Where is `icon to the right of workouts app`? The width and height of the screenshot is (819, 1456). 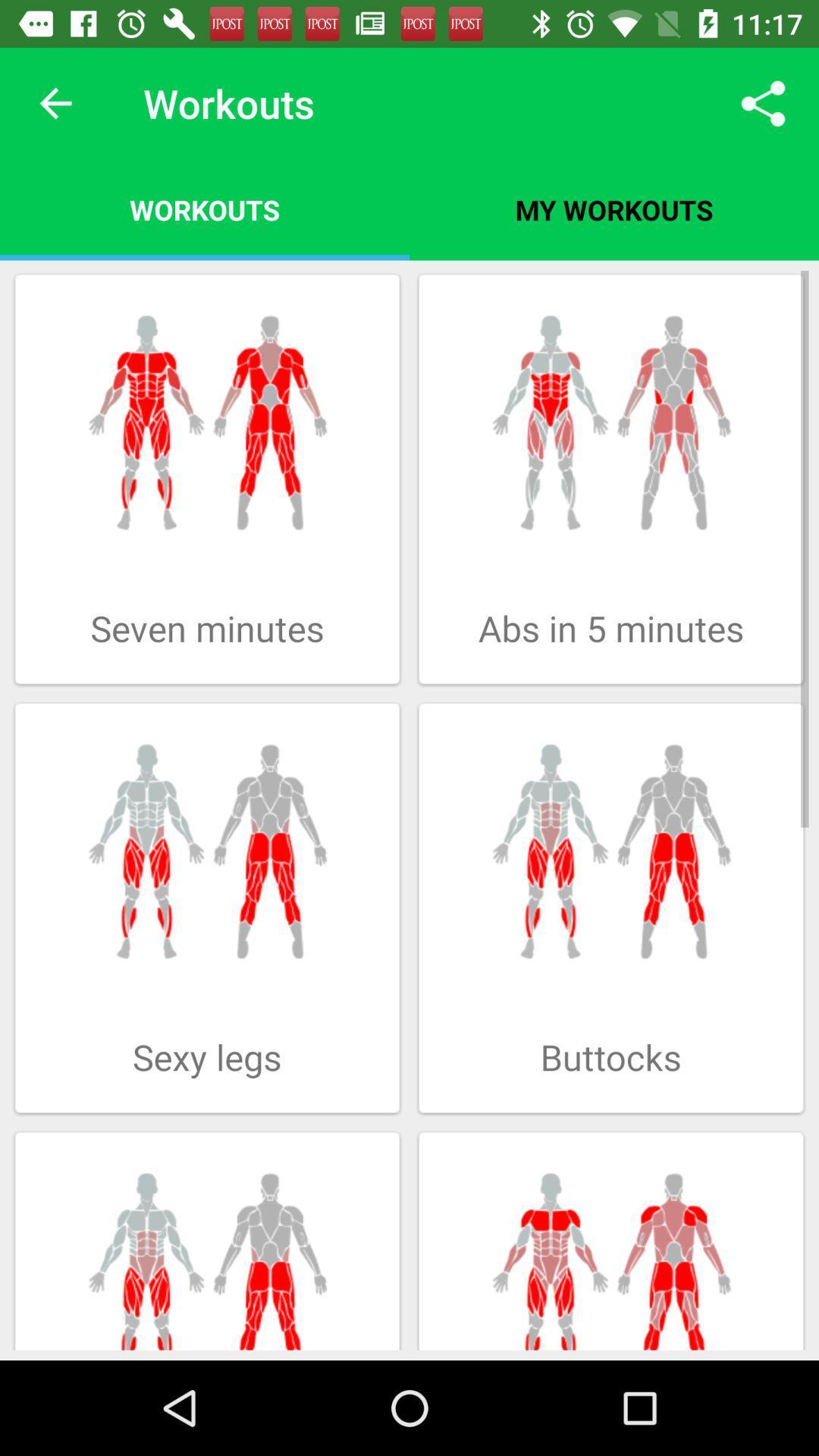 icon to the right of workouts app is located at coordinates (614, 209).